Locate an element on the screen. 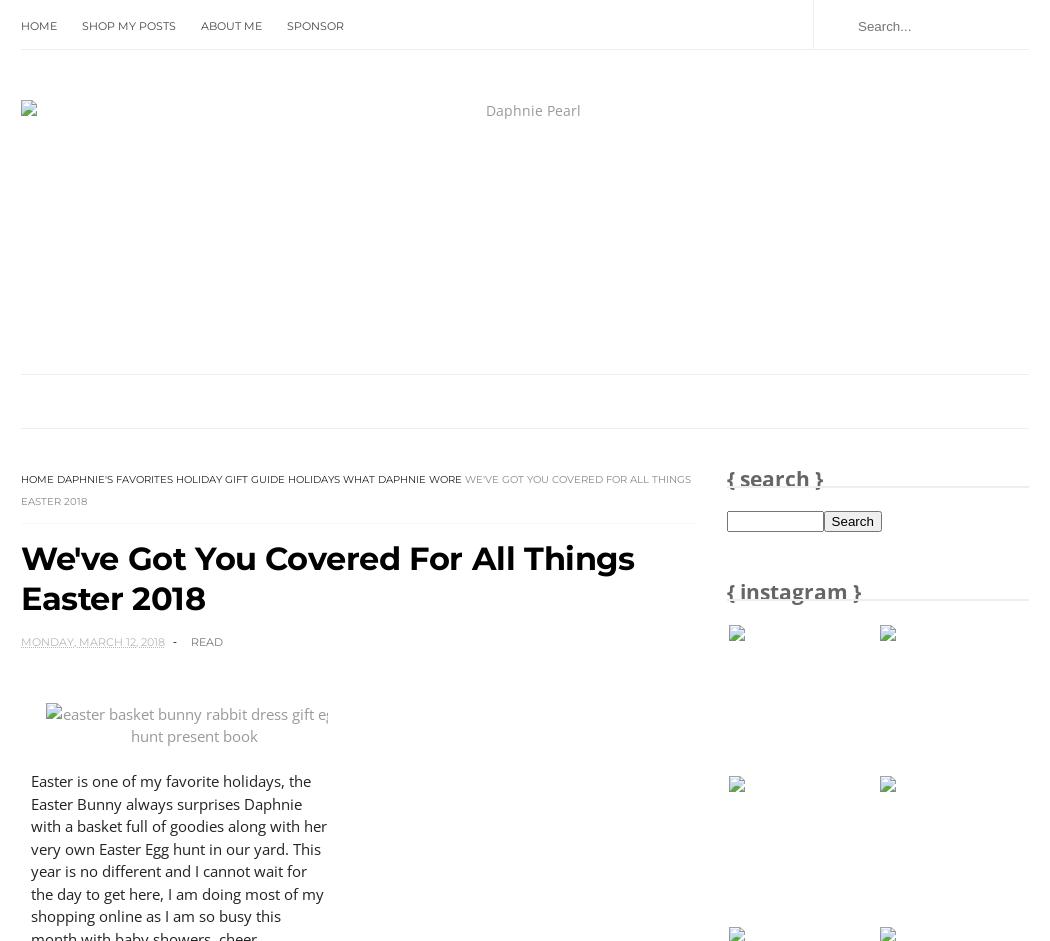 Image resolution: width=1050 pixels, height=941 pixels. 'What Daphnie Wore' is located at coordinates (402, 477).